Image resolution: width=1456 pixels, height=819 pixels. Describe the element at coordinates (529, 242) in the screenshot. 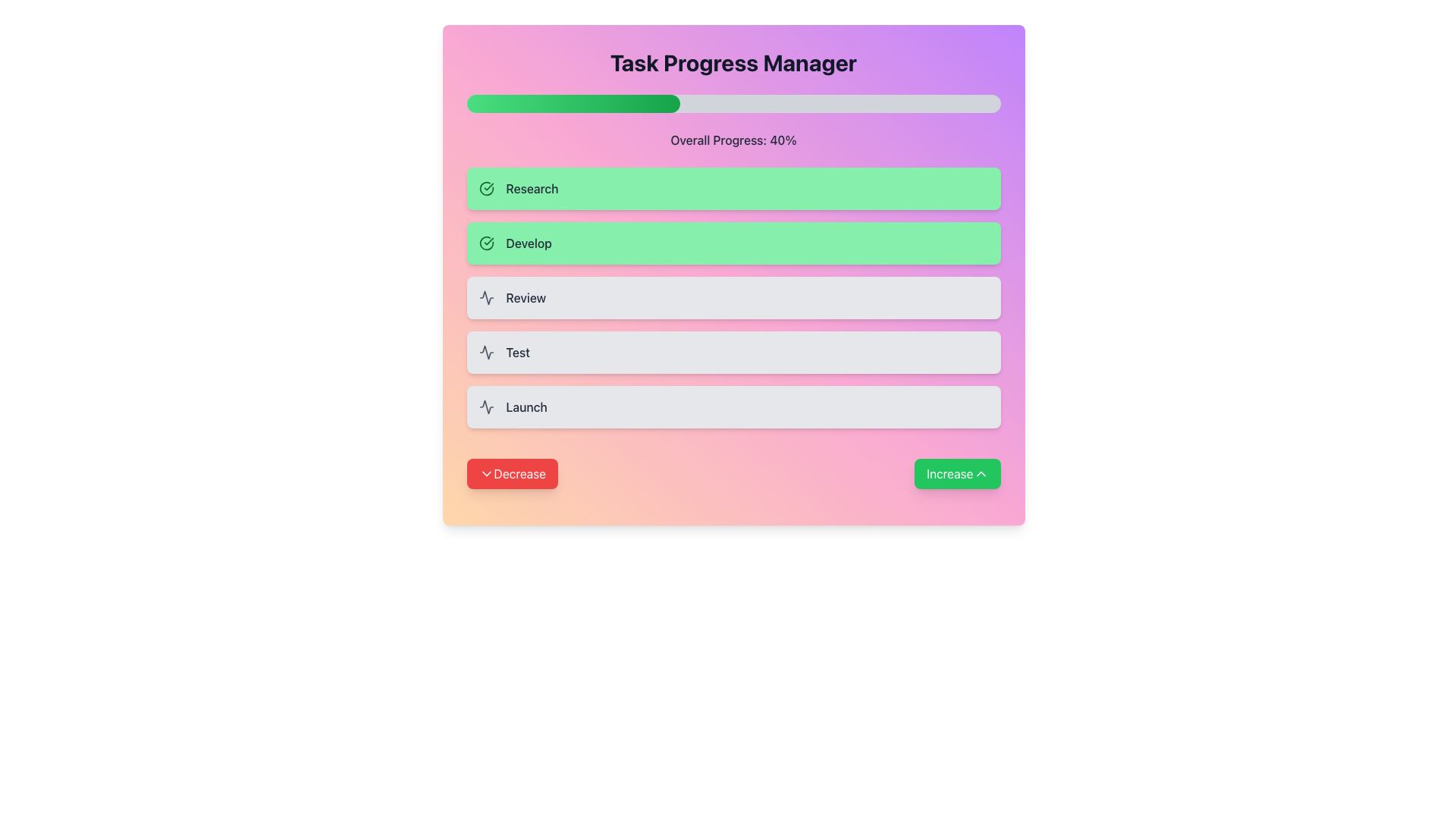

I see `the text label containing the word 'Develop', styled with a medium font weight and gray color, located on a green background box beneath 'Research' and above 'Review'` at that location.